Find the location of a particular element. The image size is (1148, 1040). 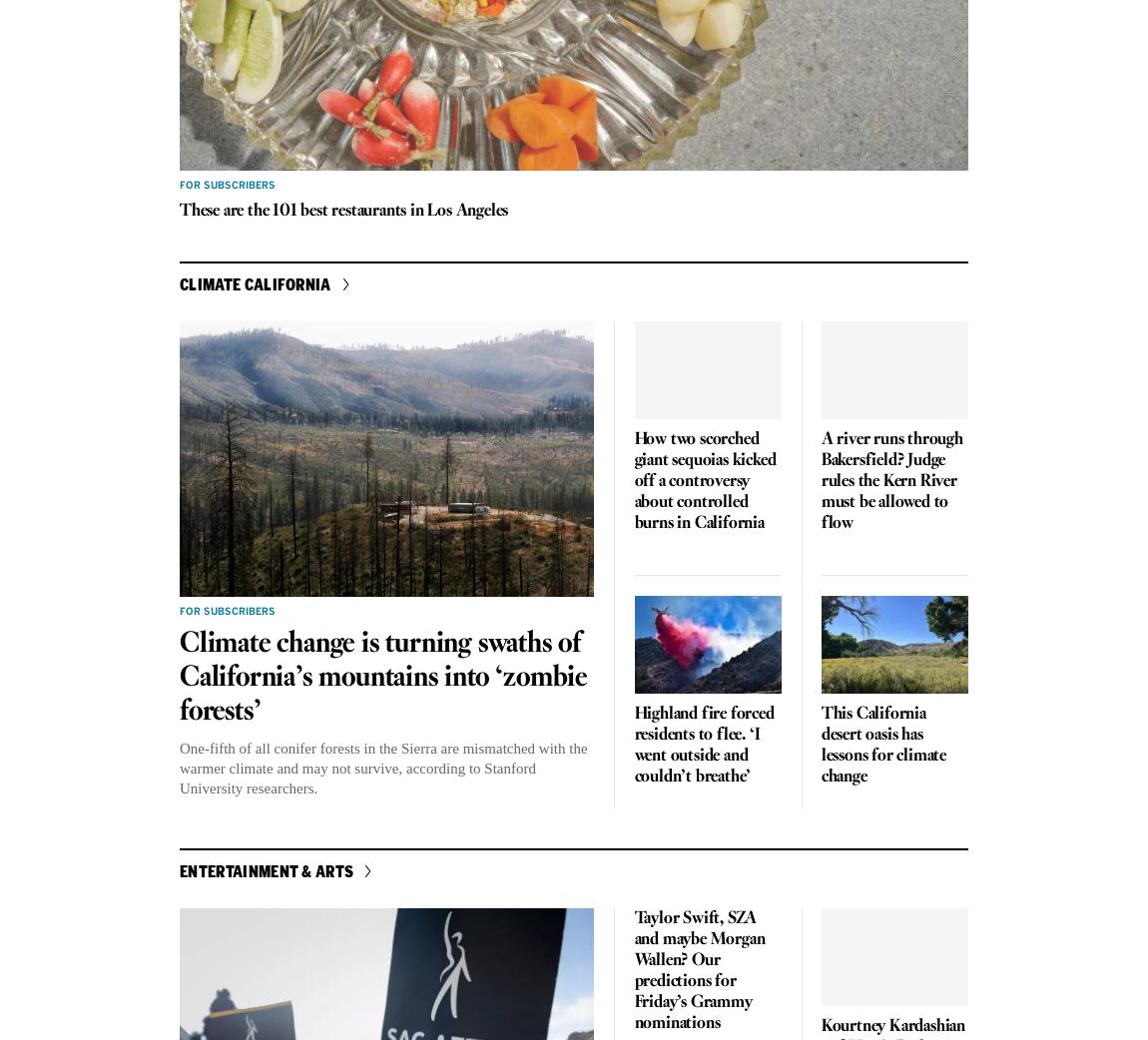

'How two scorched giant sequoias kicked off a controversy about controlled burns in California' is located at coordinates (703, 481).